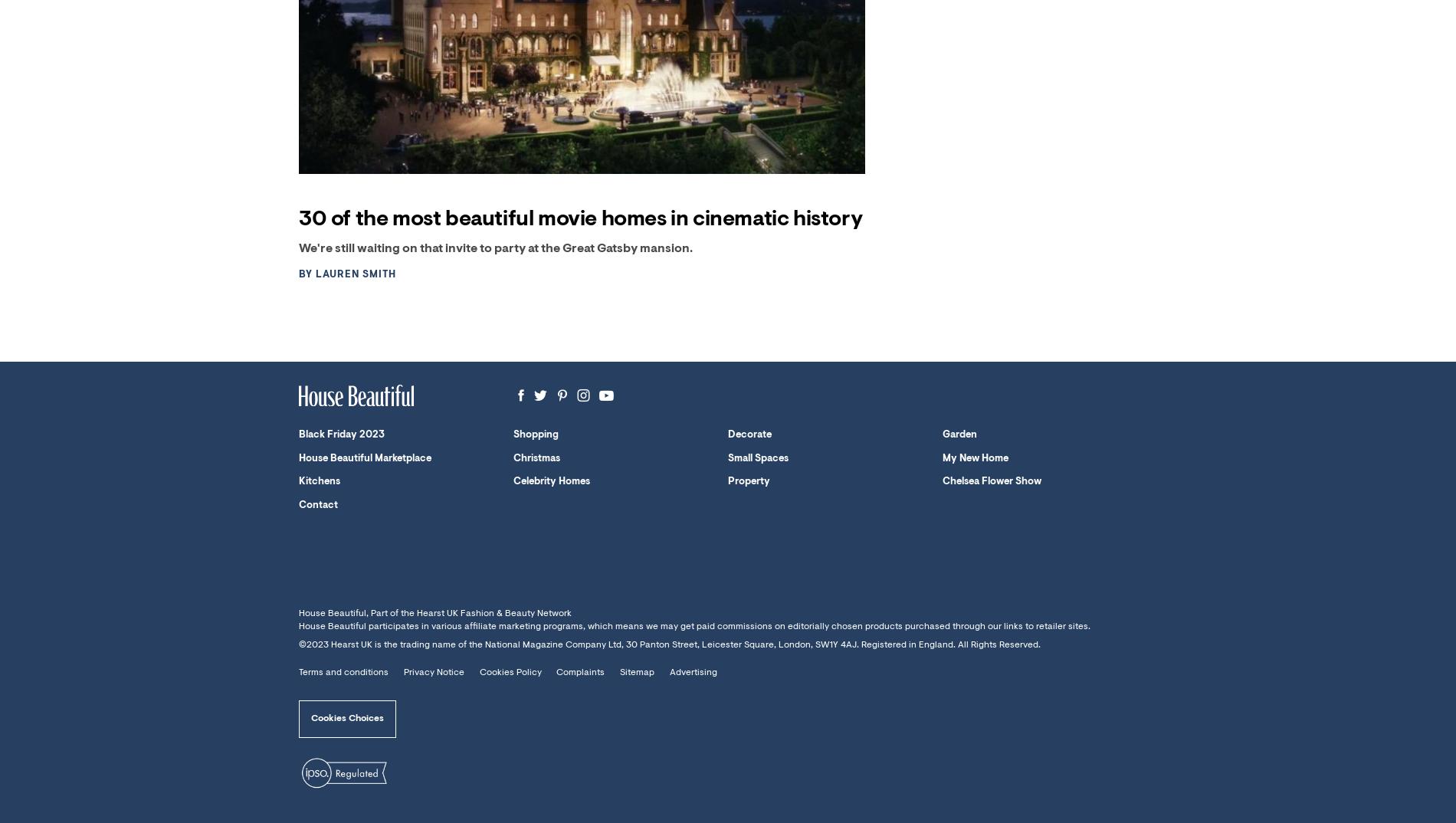  I want to click on 'Kitchens', so click(319, 481).